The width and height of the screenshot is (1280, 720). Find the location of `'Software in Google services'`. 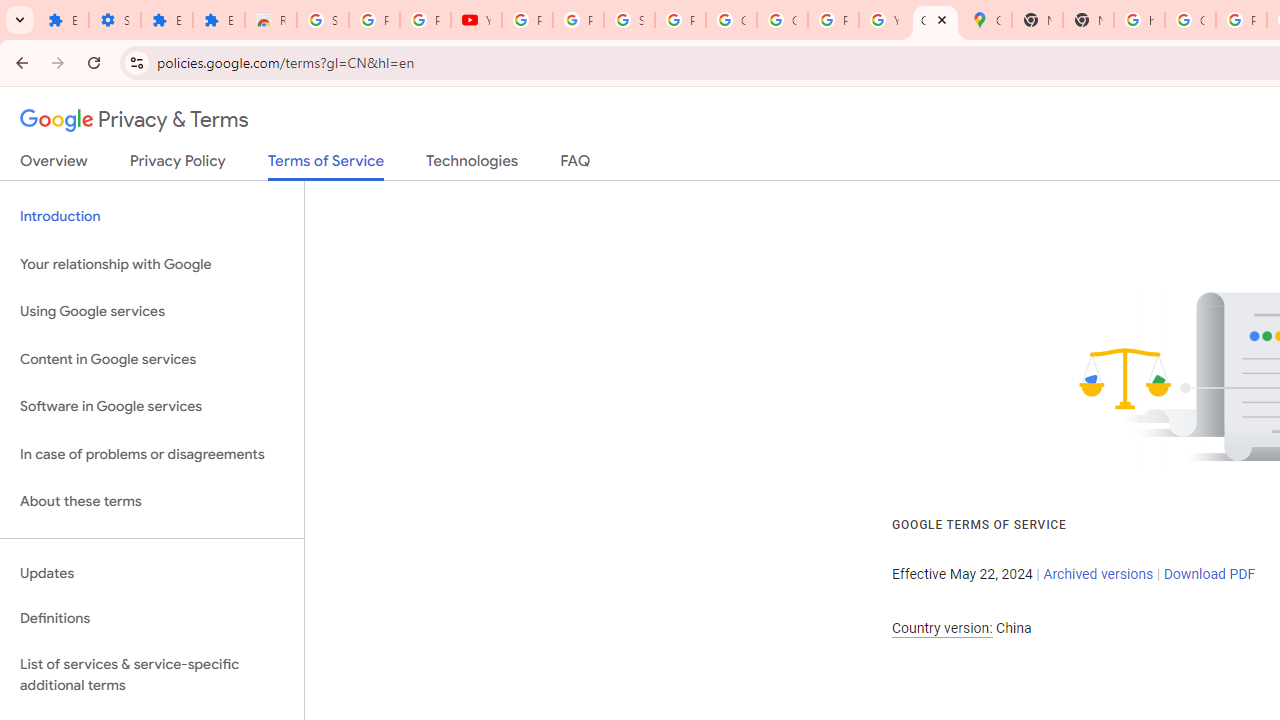

'Software in Google services' is located at coordinates (151, 406).